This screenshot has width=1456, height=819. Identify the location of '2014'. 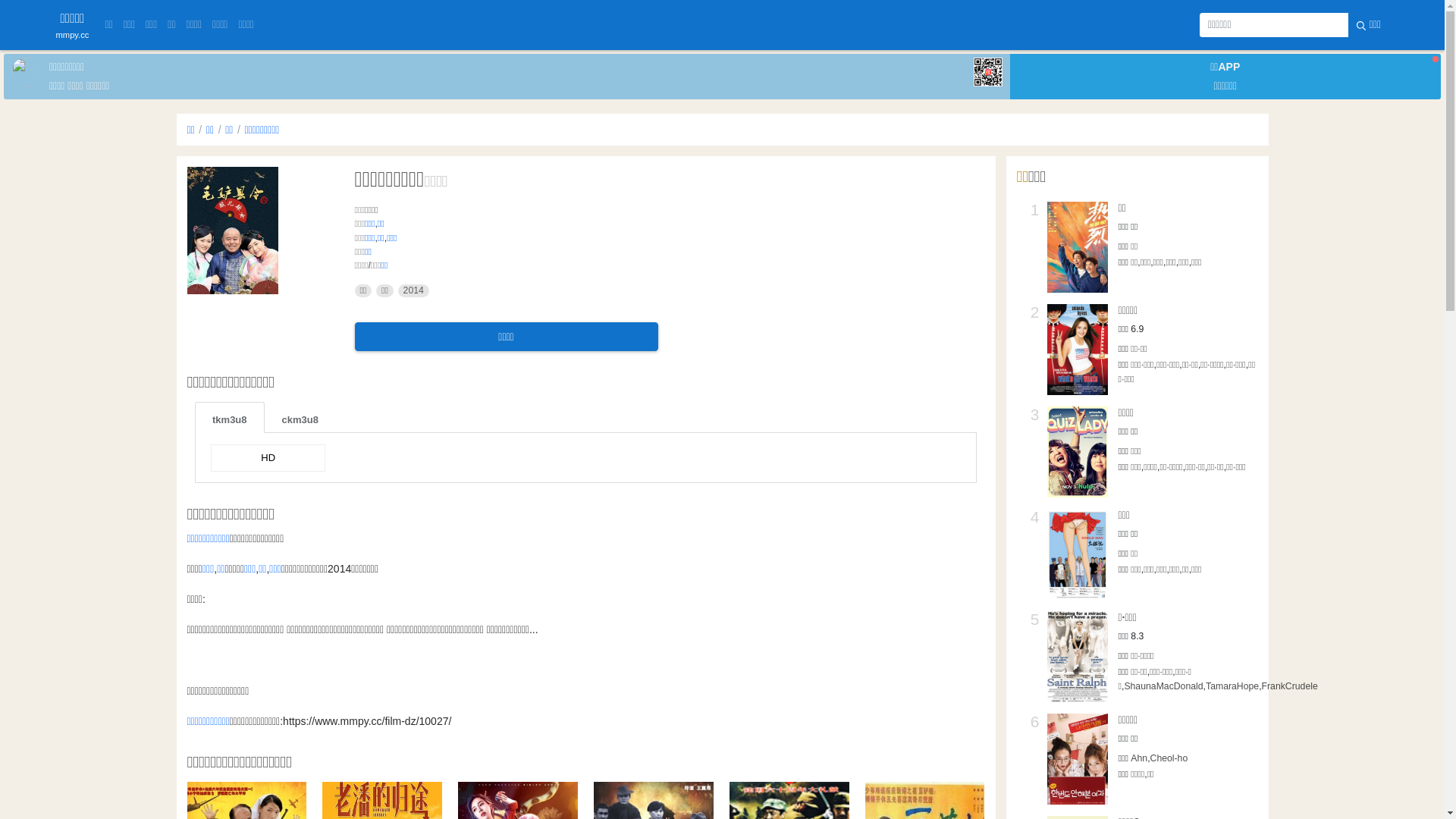
(413, 290).